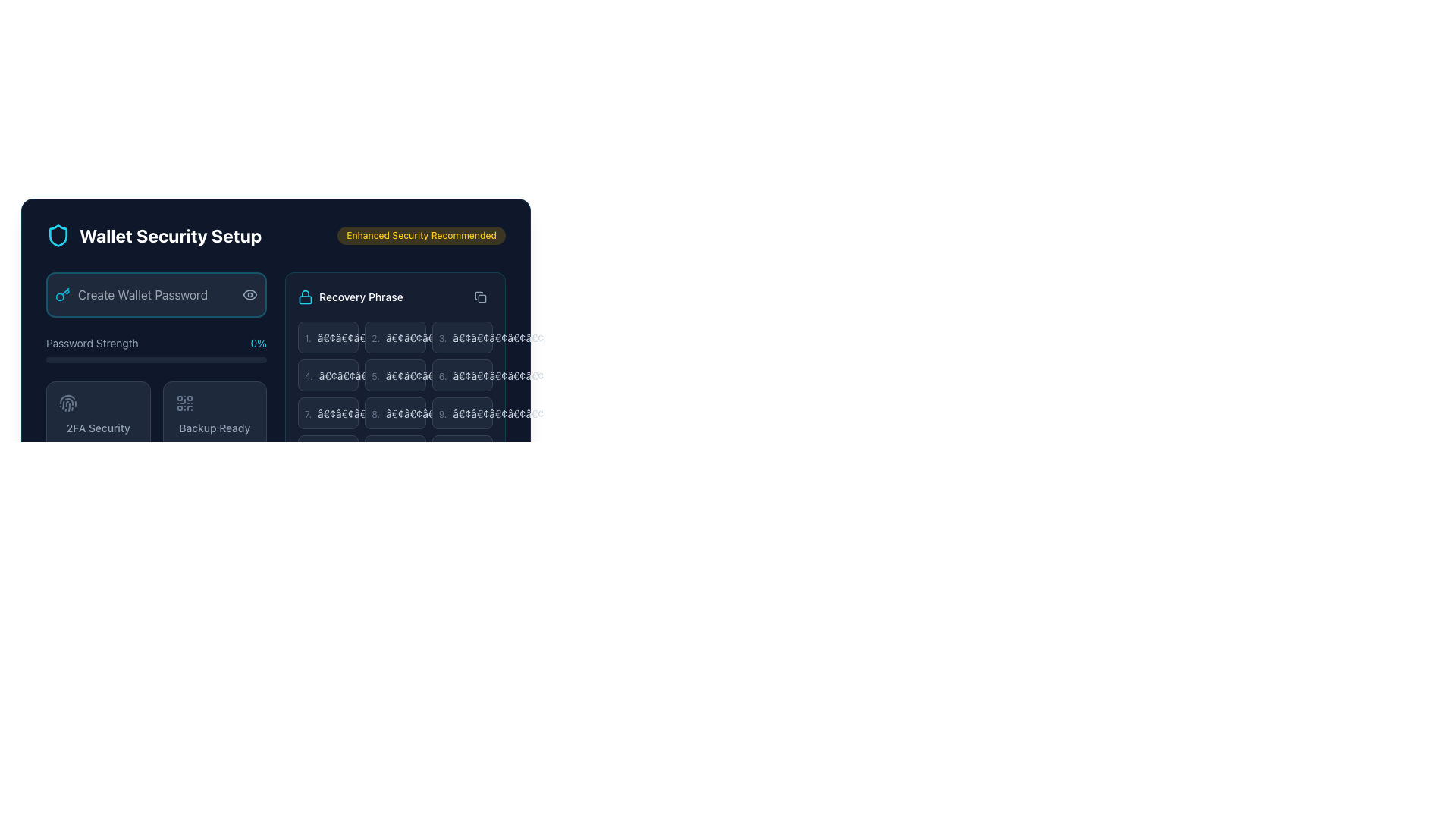  What do you see at coordinates (67, 403) in the screenshot?
I see `the fingerprint icon located within the '2FA Security' card in the 'Wallet Security Setup' section` at bounding box center [67, 403].